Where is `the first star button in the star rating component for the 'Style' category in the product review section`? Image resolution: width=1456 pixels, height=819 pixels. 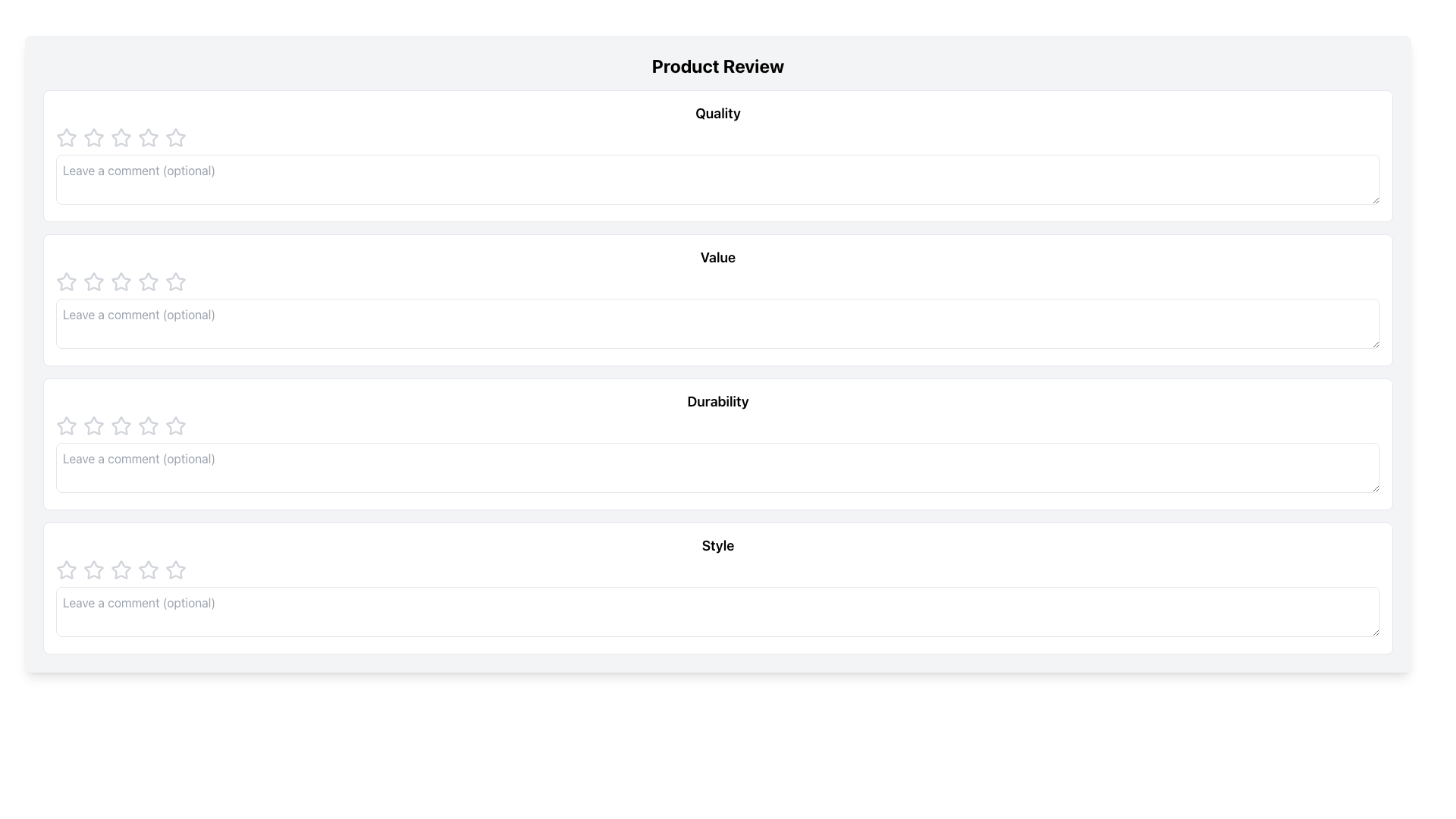
the first star button in the star rating component for the 'Style' category in the product review section is located at coordinates (65, 570).